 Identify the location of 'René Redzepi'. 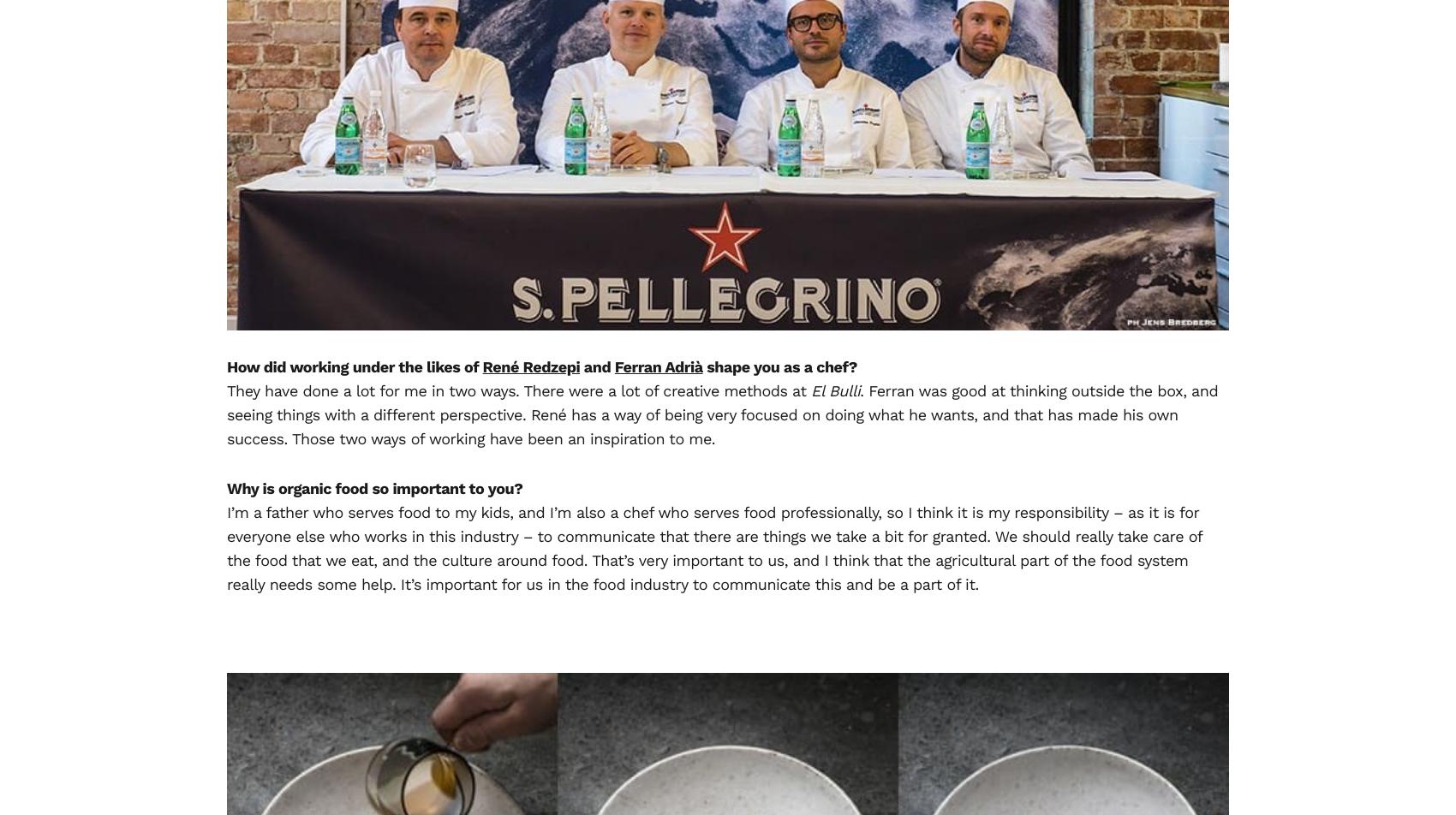
(529, 366).